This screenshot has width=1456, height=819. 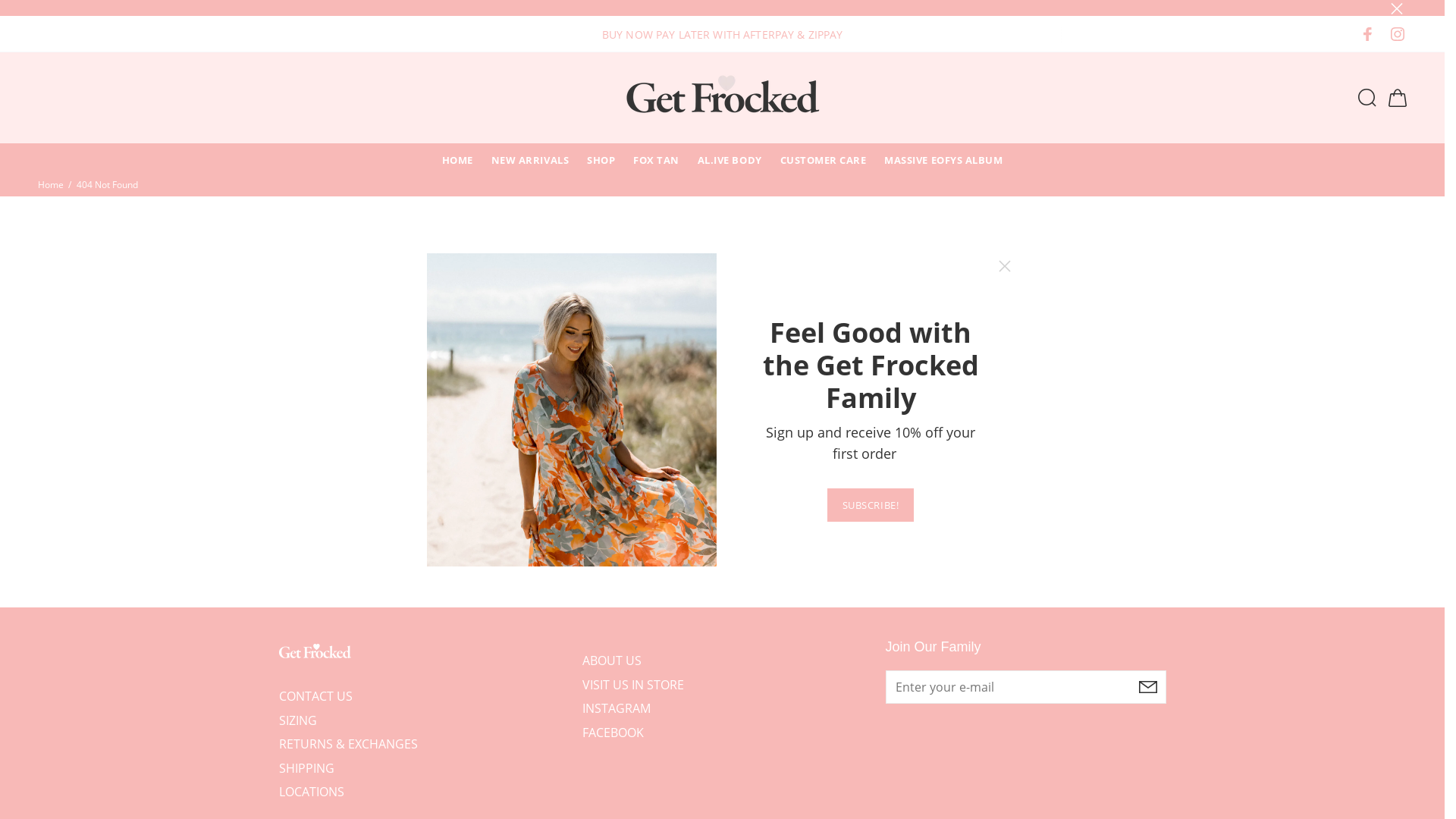 I want to click on 'FOX TAN', so click(x=656, y=158).